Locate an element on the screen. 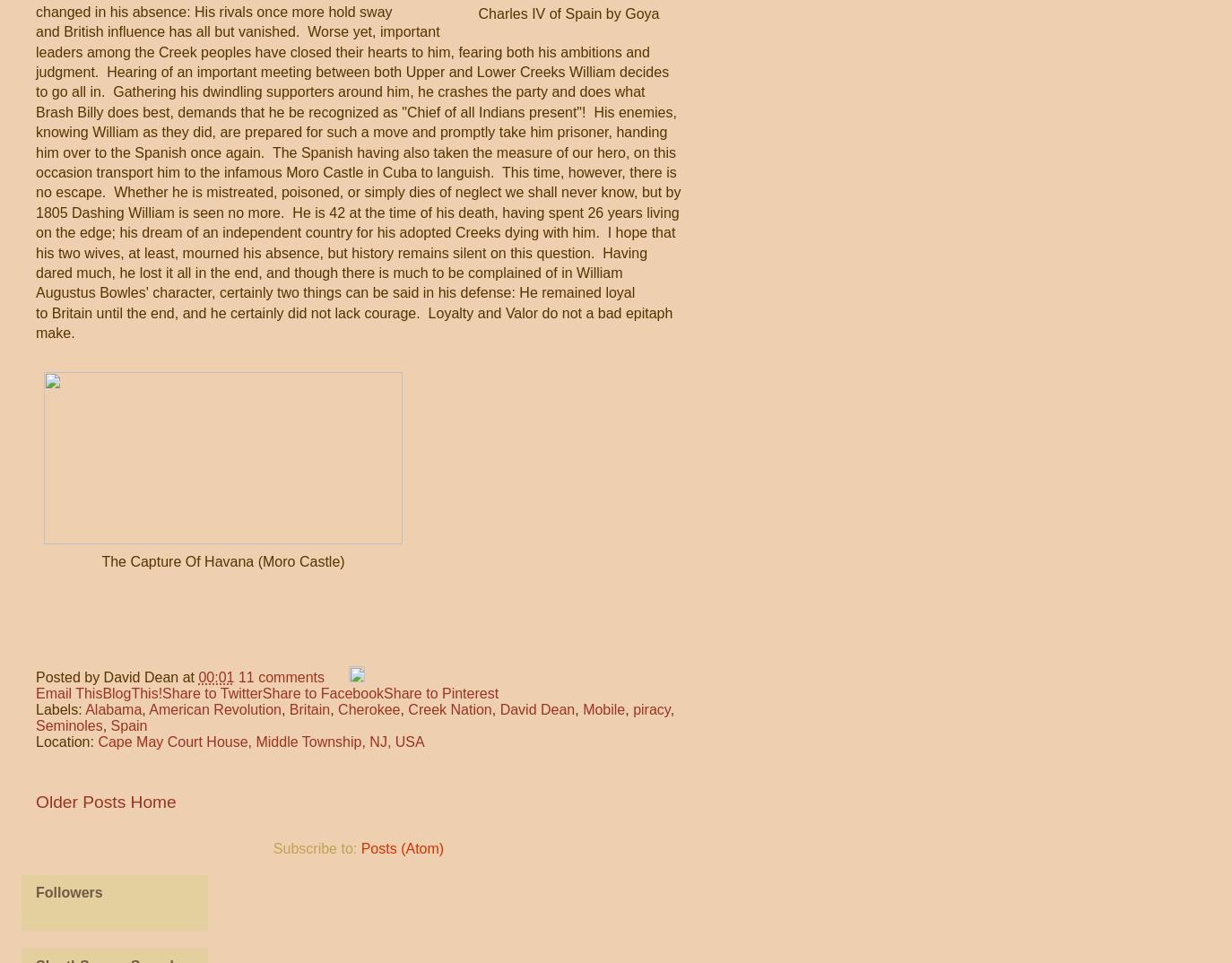 The height and width of the screenshot is (963, 1232). 'Seminoles' is located at coordinates (34, 725).